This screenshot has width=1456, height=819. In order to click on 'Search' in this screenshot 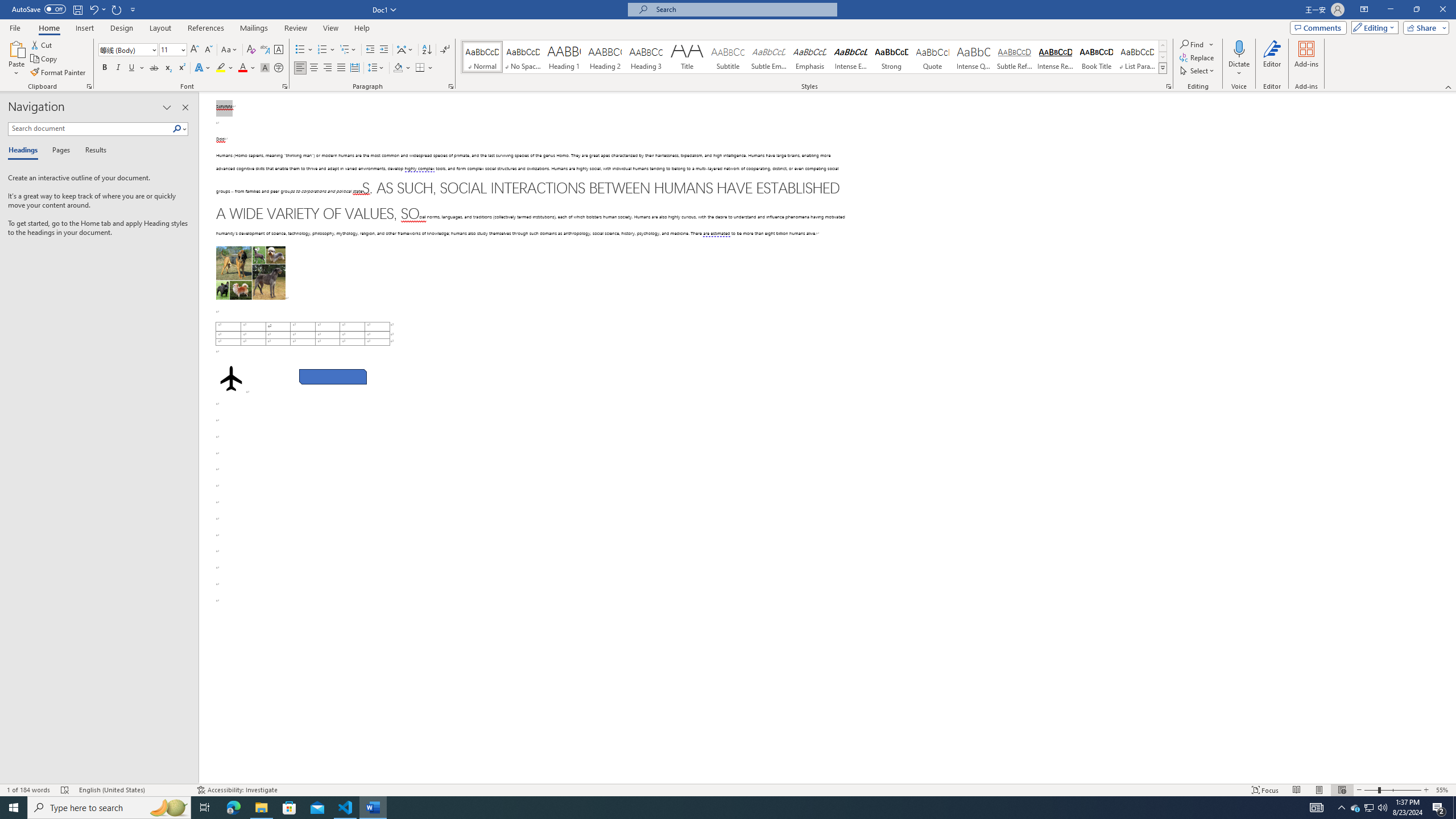, I will do `click(177, 128)`.